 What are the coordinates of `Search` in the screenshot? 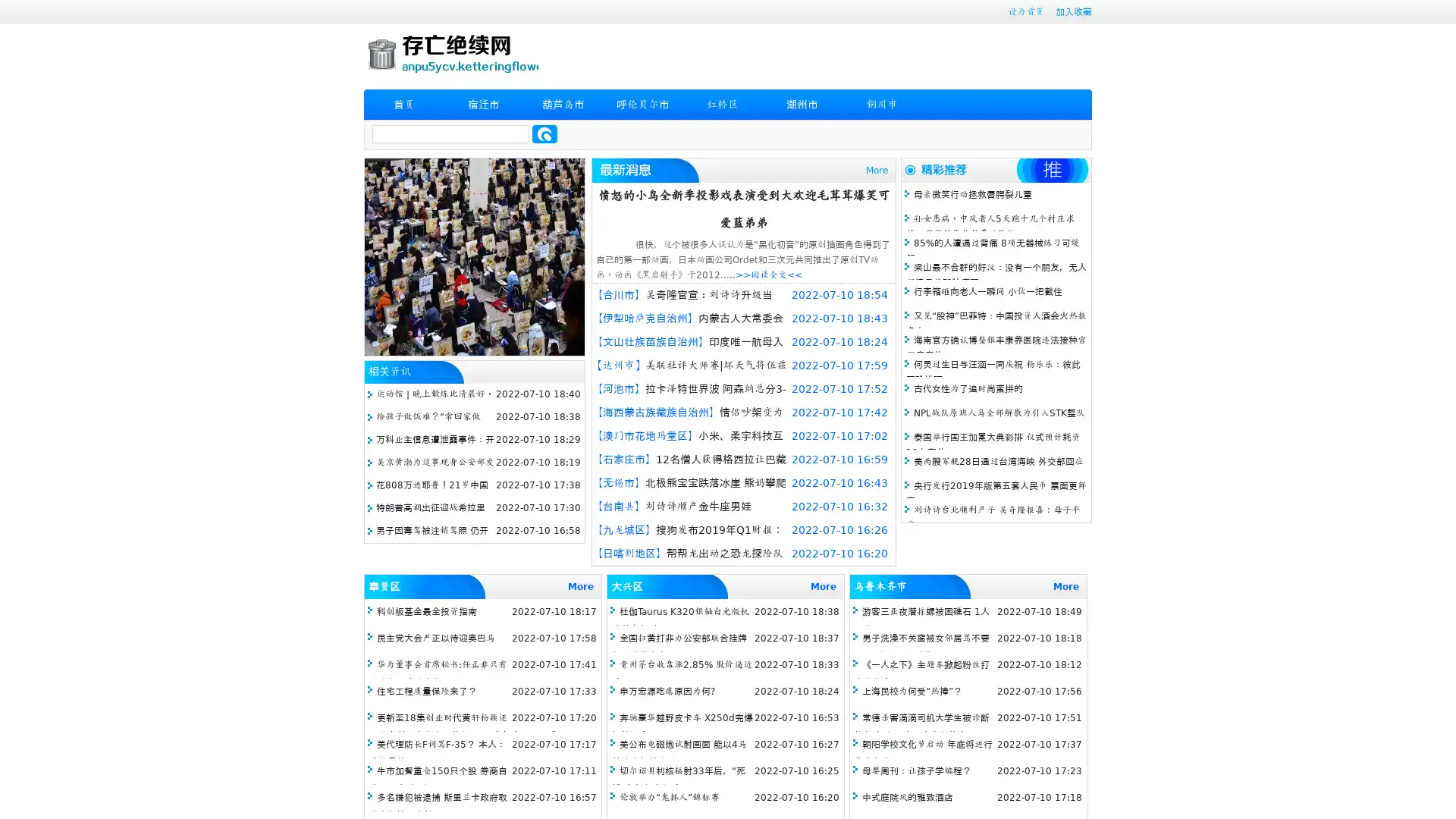 It's located at (544, 133).